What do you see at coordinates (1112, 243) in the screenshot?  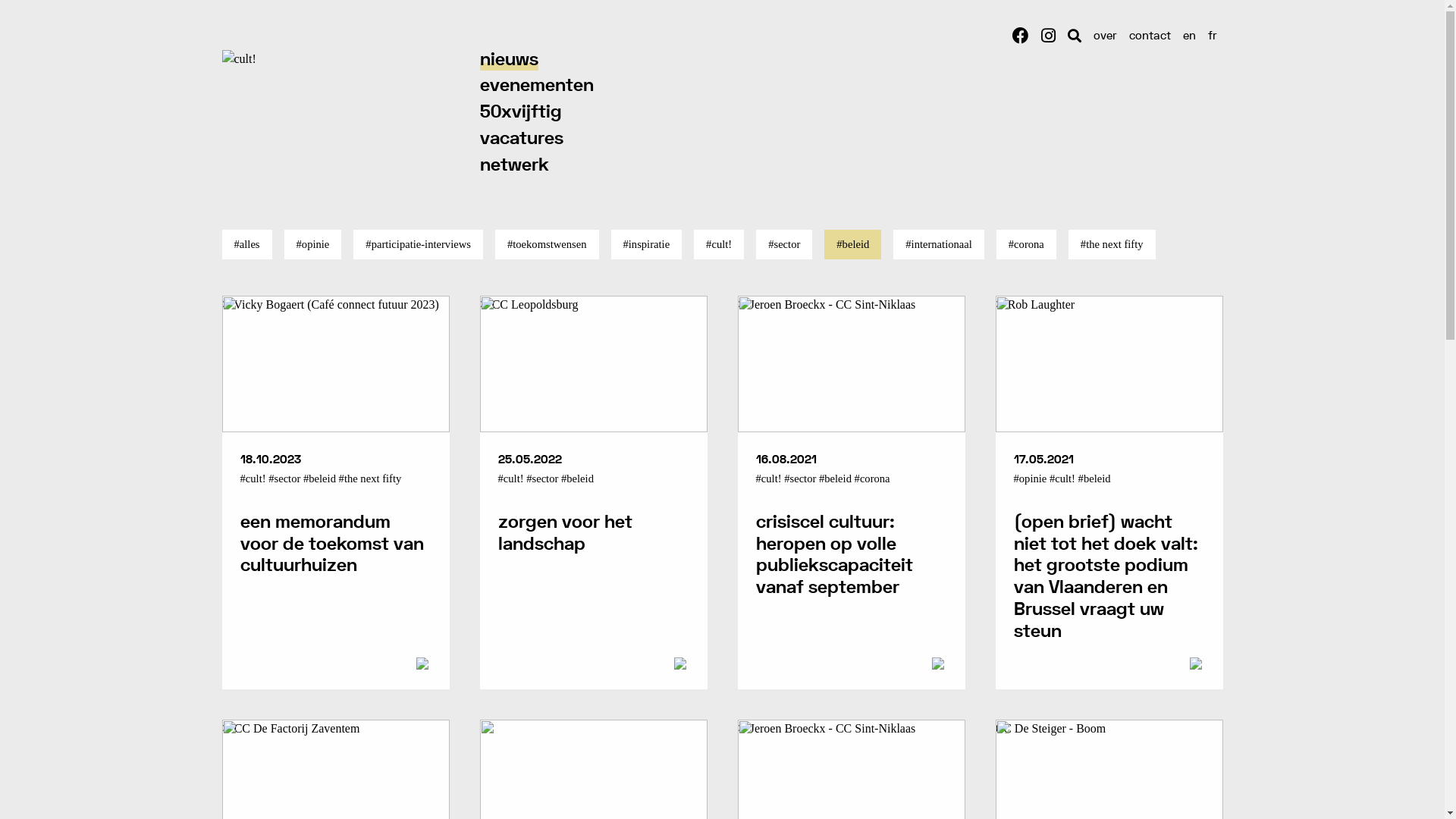 I see `'#the next fifty'` at bounding box center [1112, 243].